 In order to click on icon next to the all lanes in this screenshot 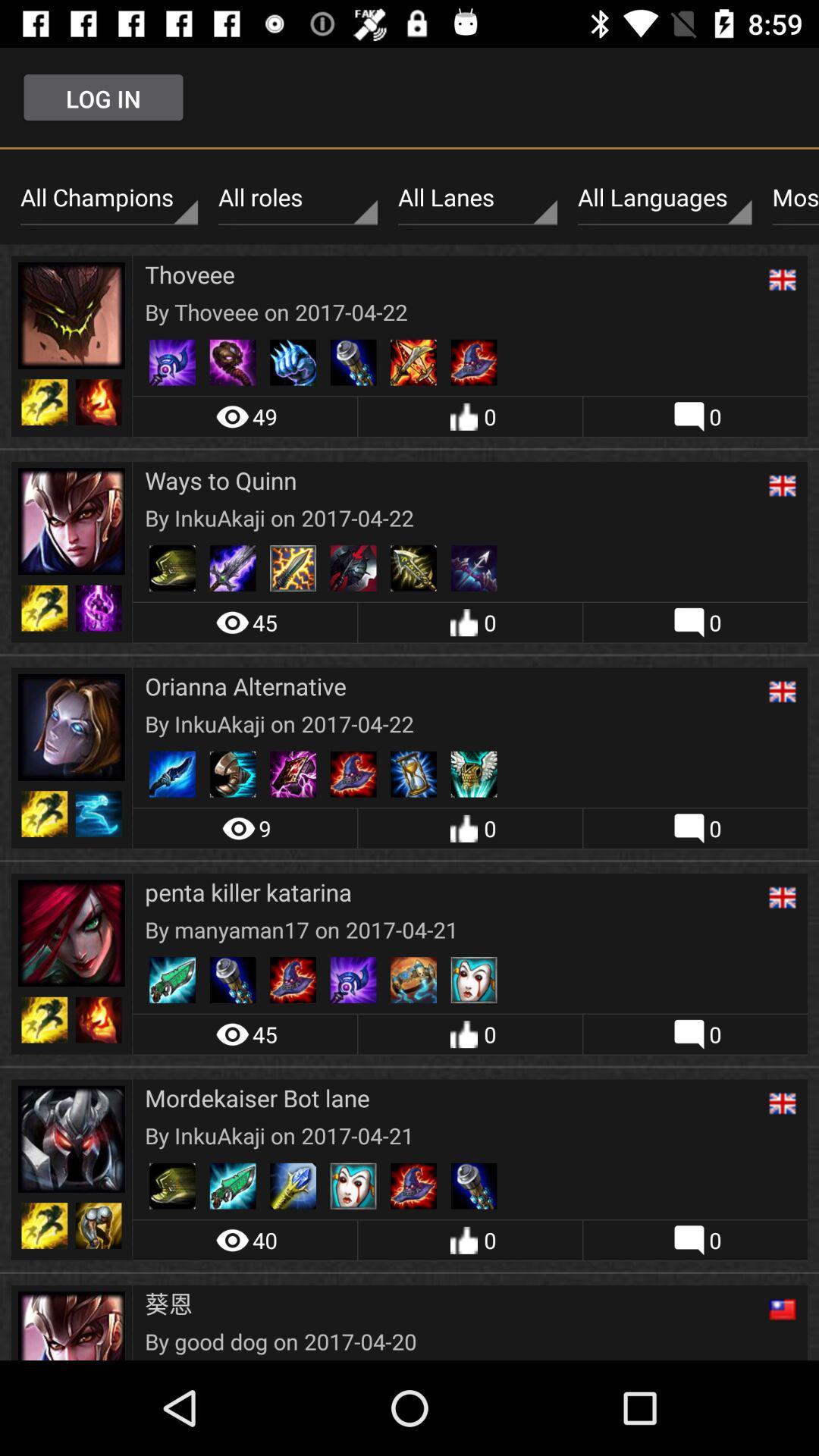, I will do `click(298, 197)`.